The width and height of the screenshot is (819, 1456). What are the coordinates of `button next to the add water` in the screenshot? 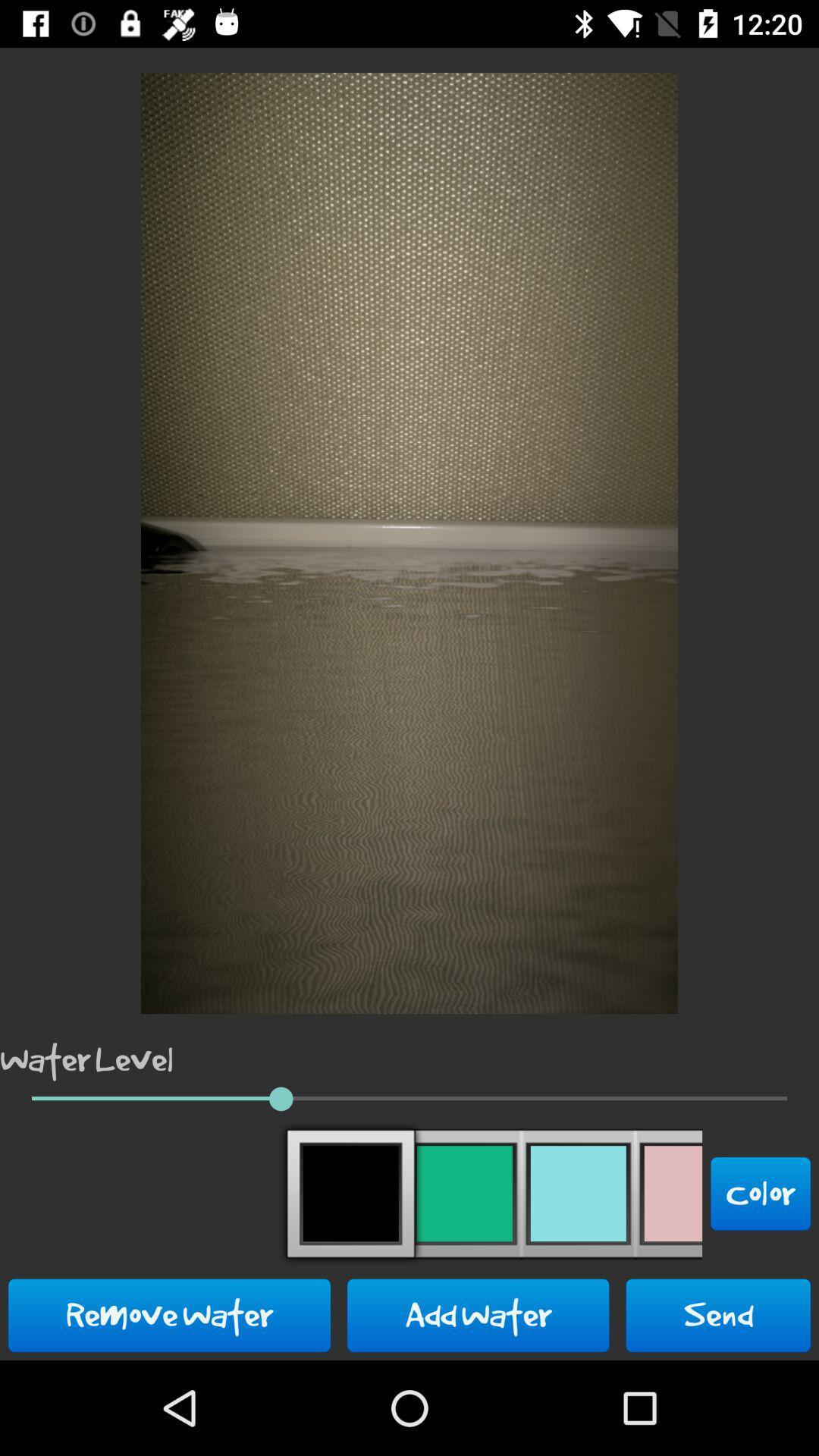 It's located at (717, 1314).